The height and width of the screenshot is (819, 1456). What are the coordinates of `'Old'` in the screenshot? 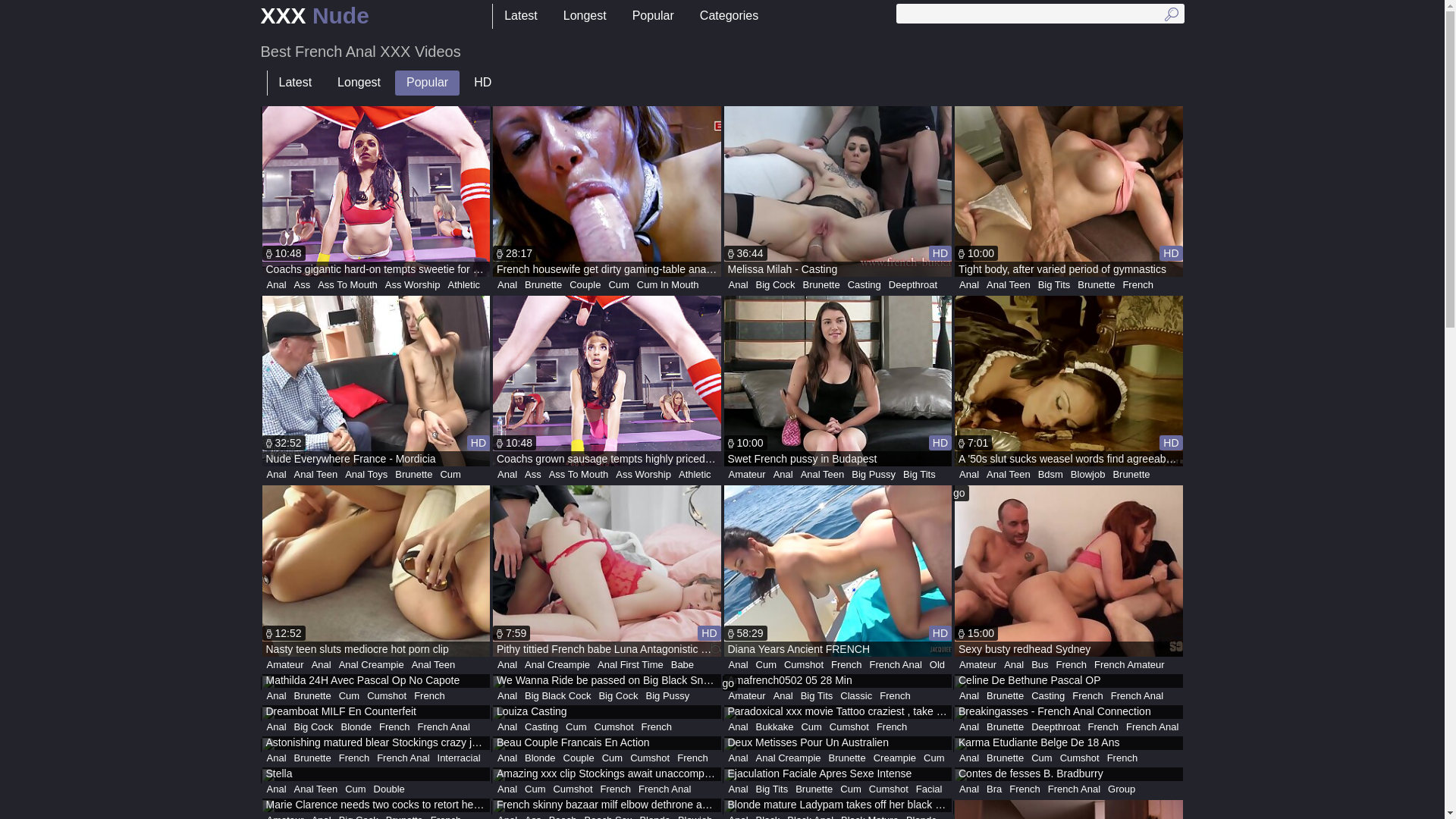 It's located at (937, 664).